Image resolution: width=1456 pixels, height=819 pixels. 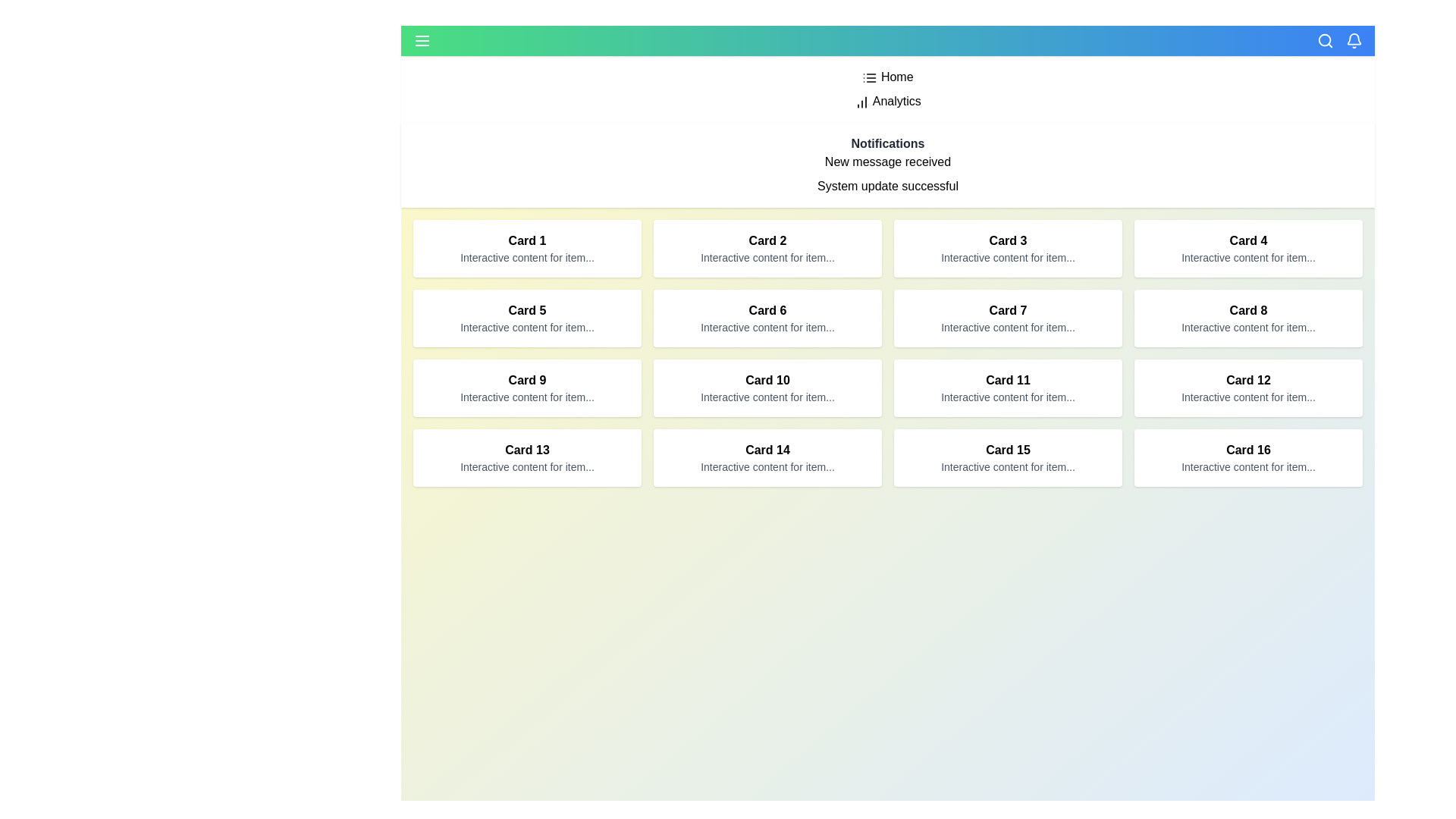 I want to click on the search icon located in the top-right corner of the app bar, so click(x=1324, y=40).